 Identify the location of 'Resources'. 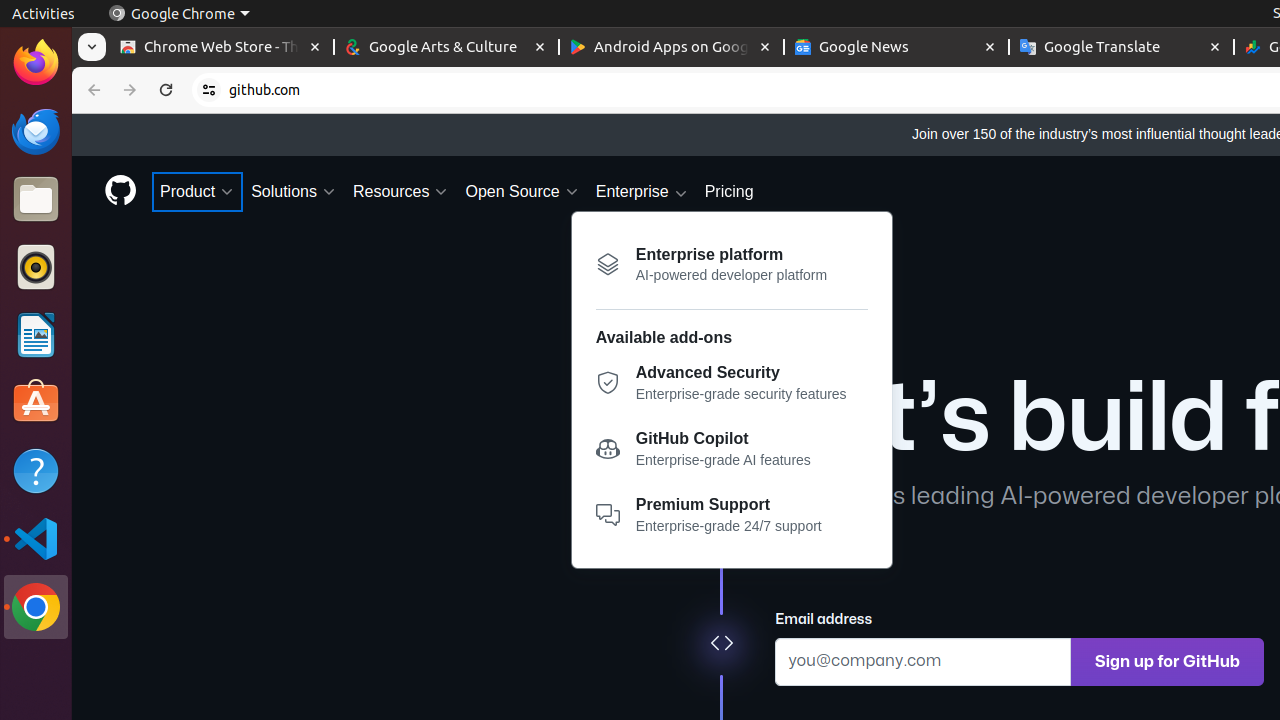
(400, 191).